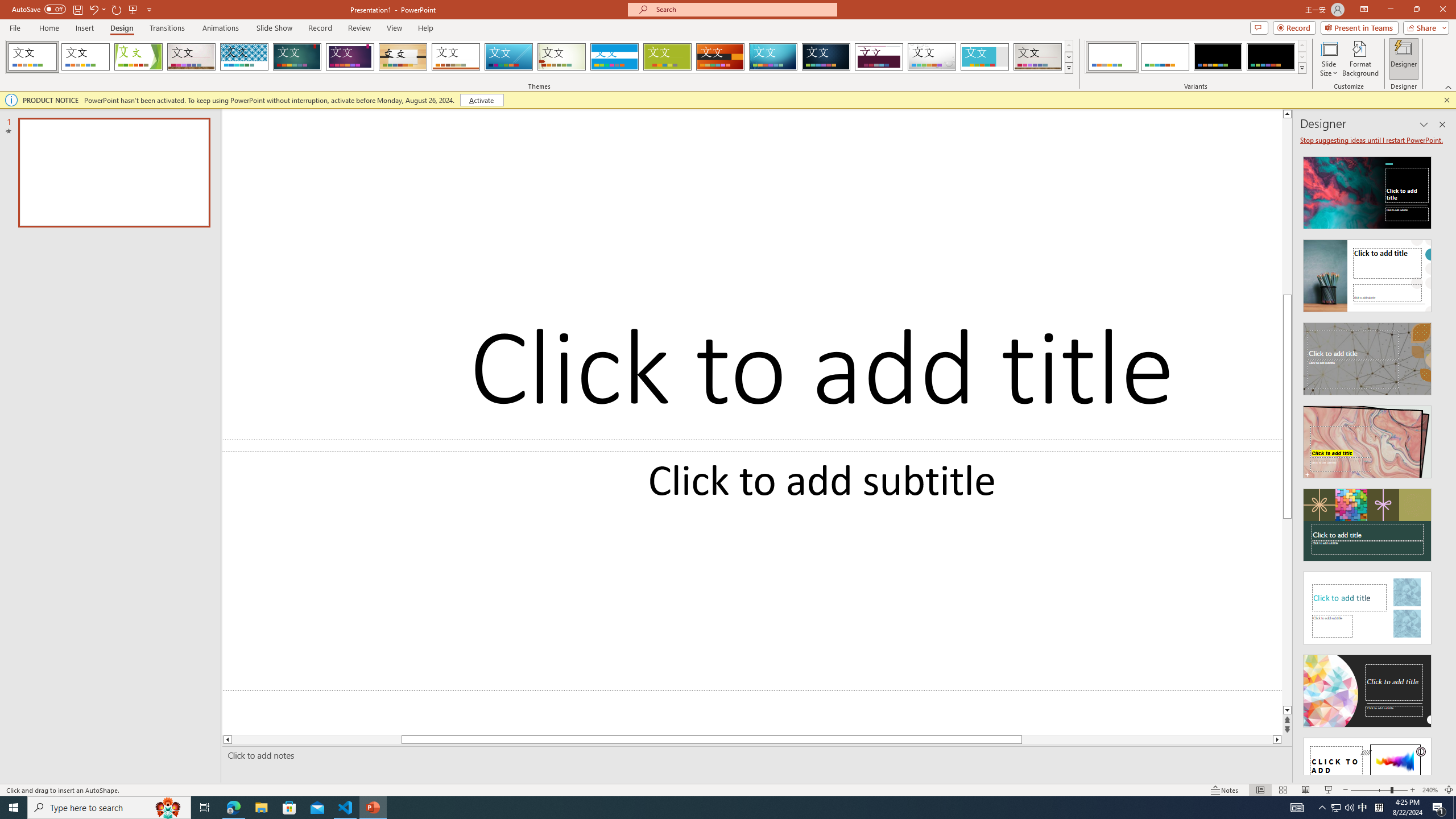 The width and height of the screenshot is (1456, 819). What do you see at coordinates (721, 56) in the screenshot?
I see `'Berlin'` at bounding box center [721, 56].